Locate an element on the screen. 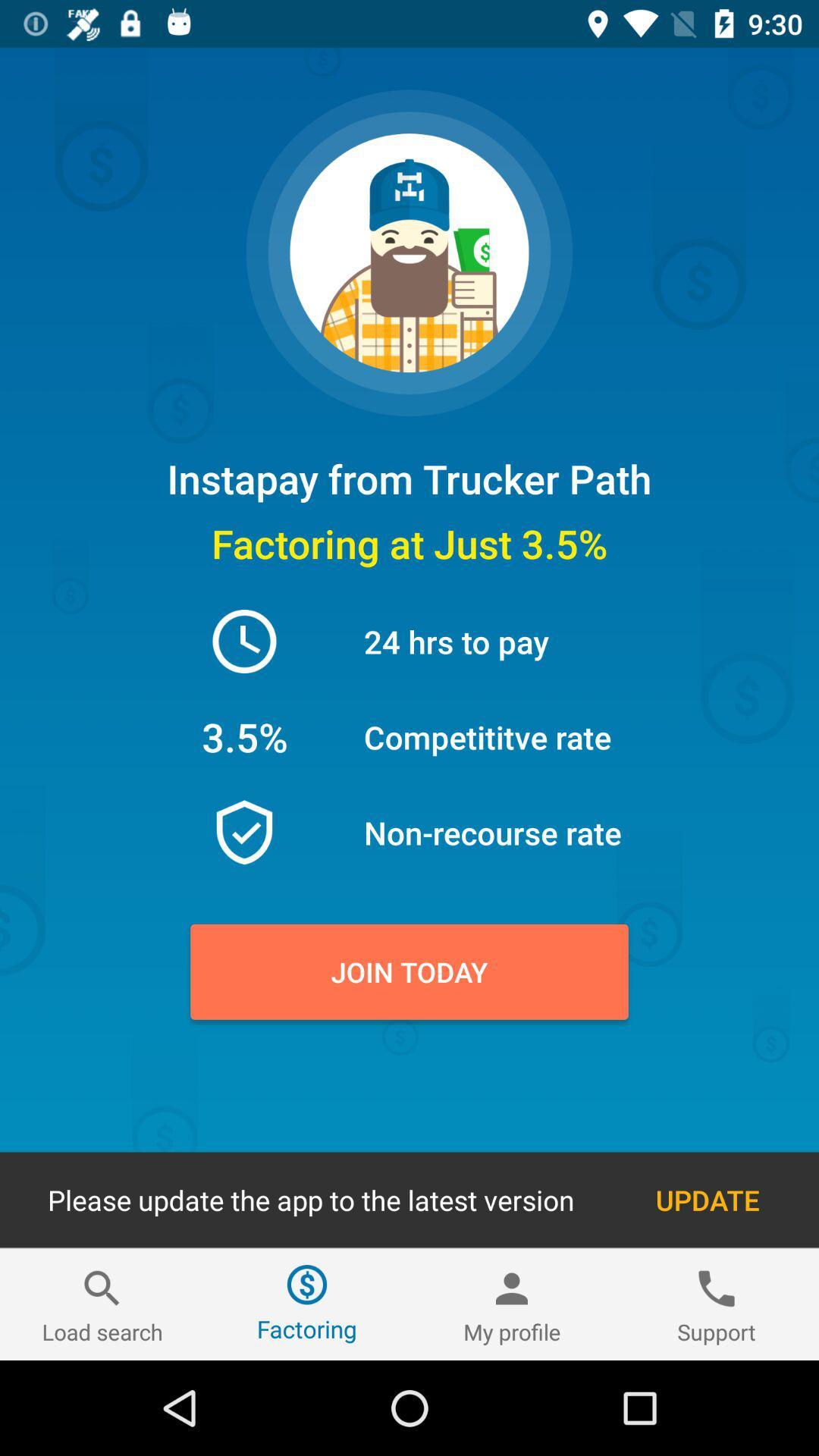 The image size is (819, 1456). the item to the left of the factoring item is located at coordinates (102, 1304).